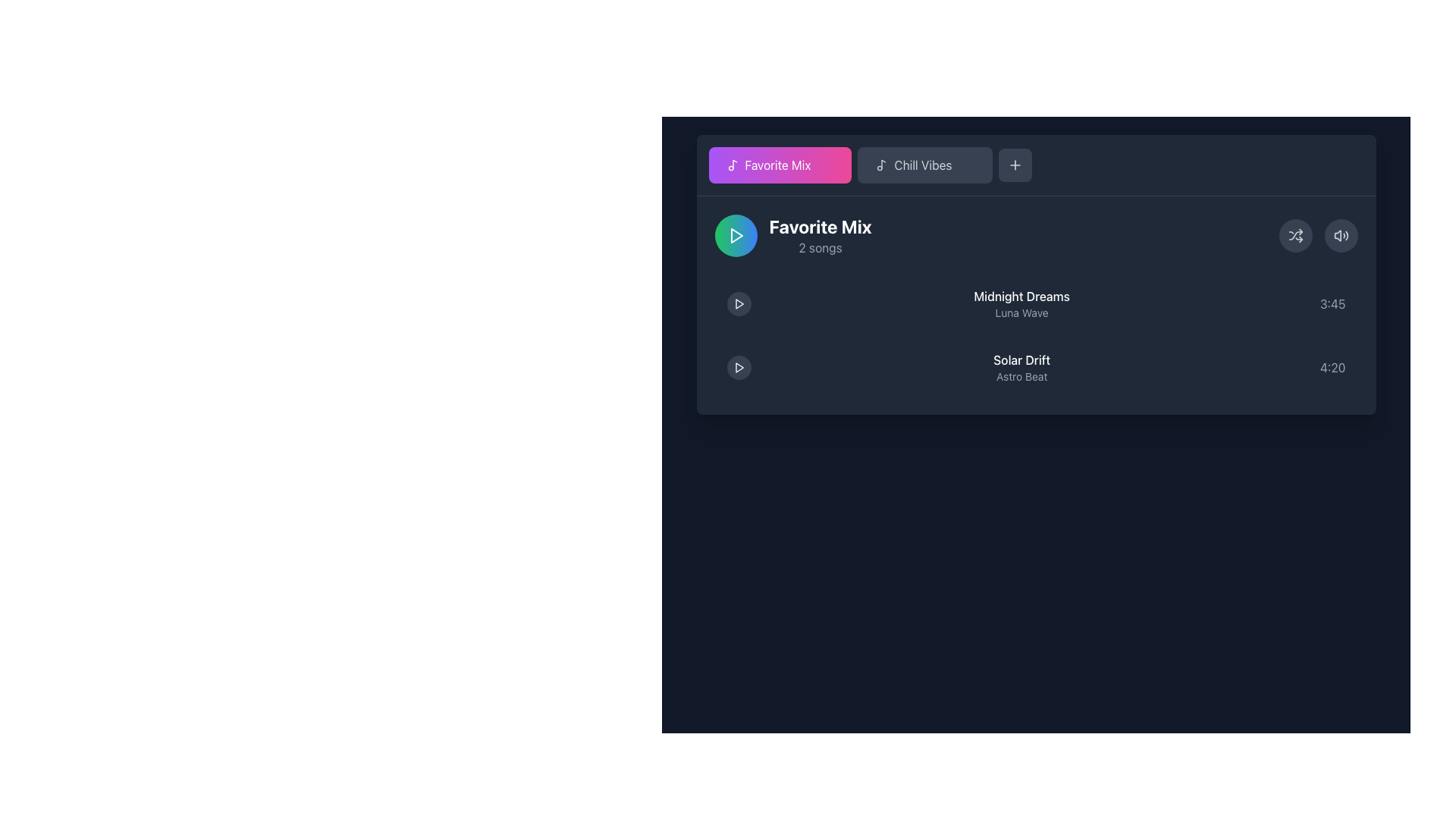  Describe the element at coordinates (739, 304) in the screenshot. I see `the triangular play icon with a hollow outline located within a circular button in the top left section of the card layout to play media` at that location.